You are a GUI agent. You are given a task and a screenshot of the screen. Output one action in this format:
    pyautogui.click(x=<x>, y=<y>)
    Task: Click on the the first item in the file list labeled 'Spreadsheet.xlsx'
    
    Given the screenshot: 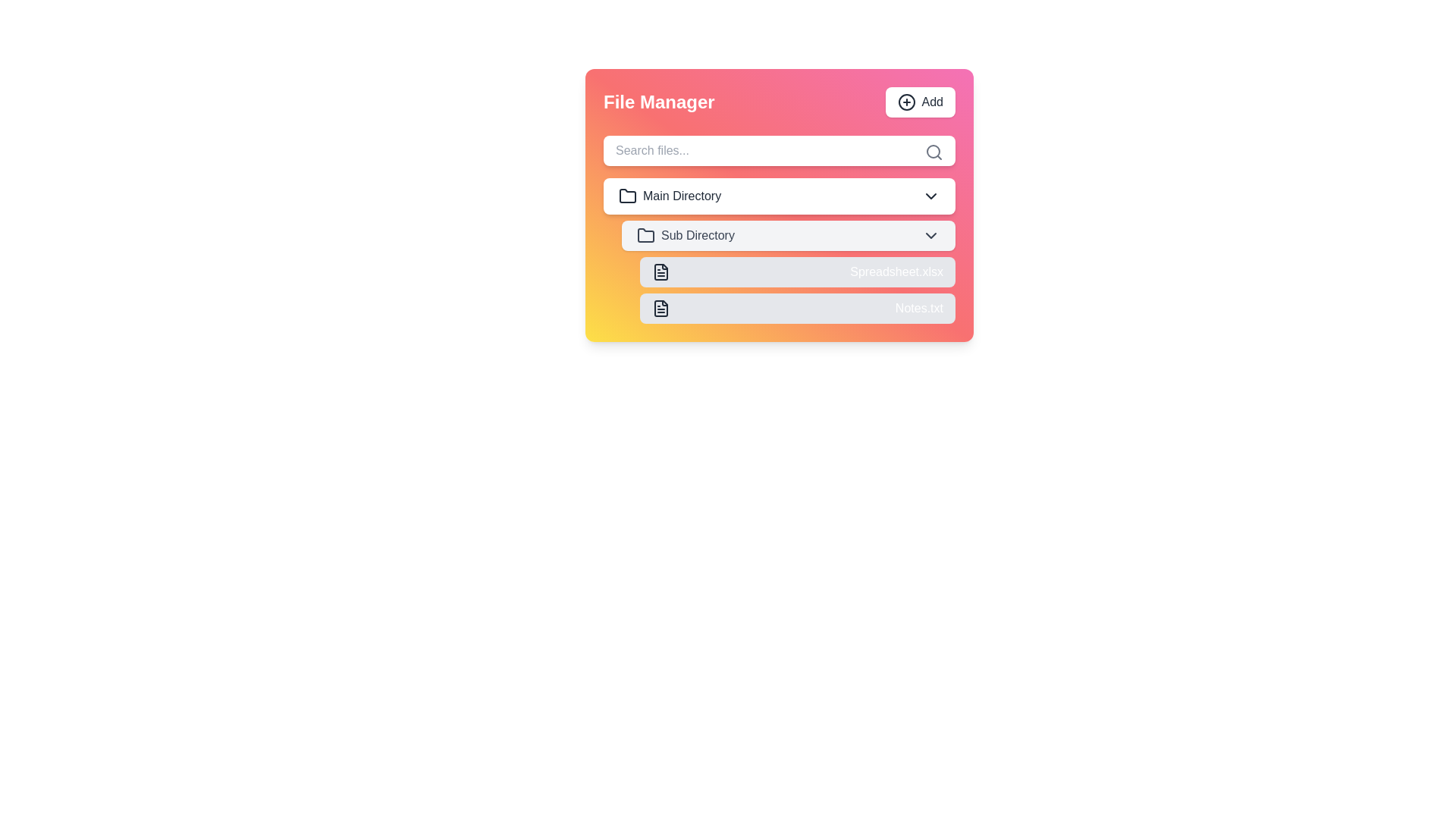 What is the action you would take?
    pyautogui.click(x=796, y=271)
    